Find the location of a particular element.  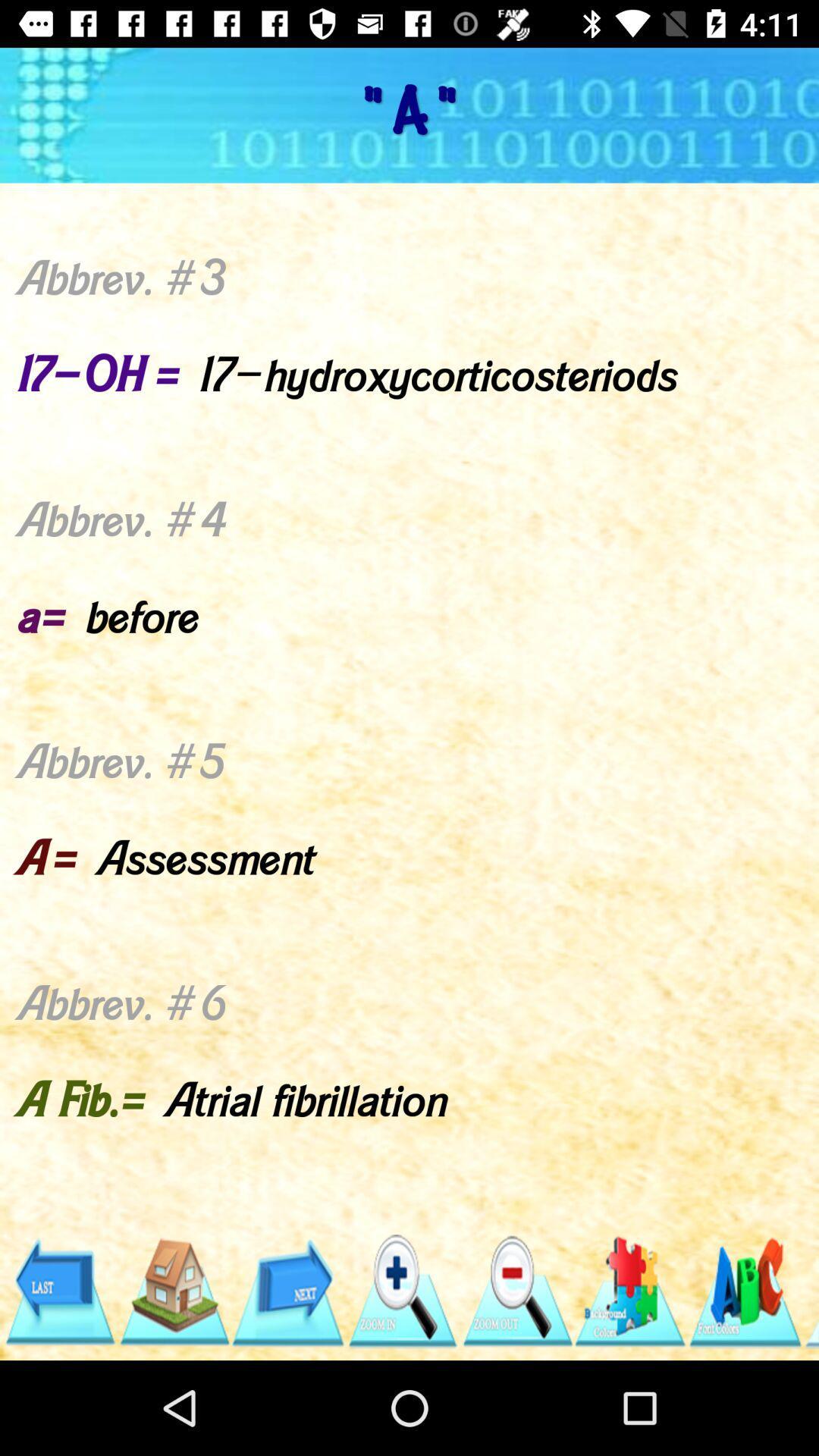

decrease magnification is located at coordinates (516, 1291).